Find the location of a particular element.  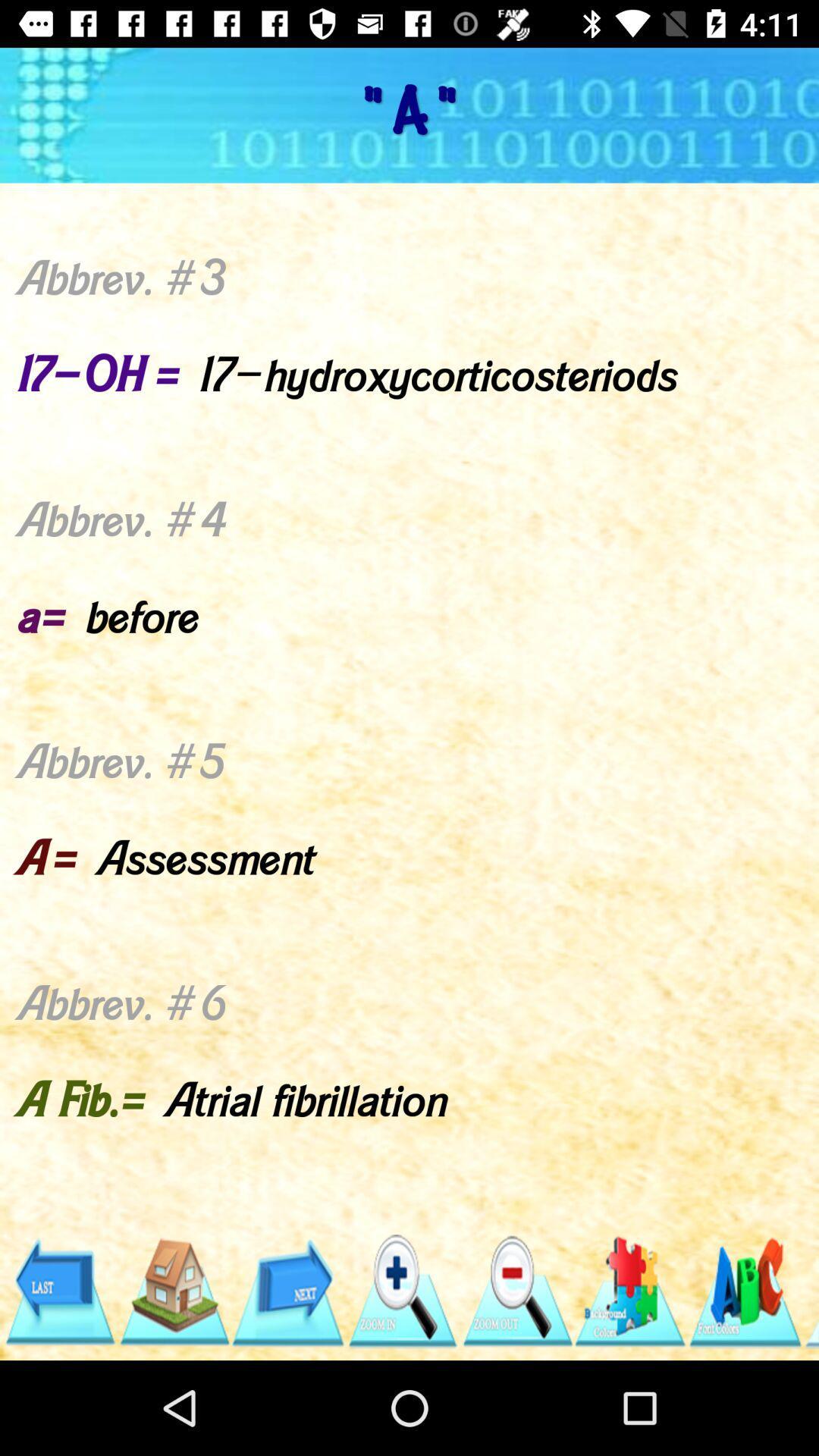

decrease magnification is located at coordinates (516, 1291).